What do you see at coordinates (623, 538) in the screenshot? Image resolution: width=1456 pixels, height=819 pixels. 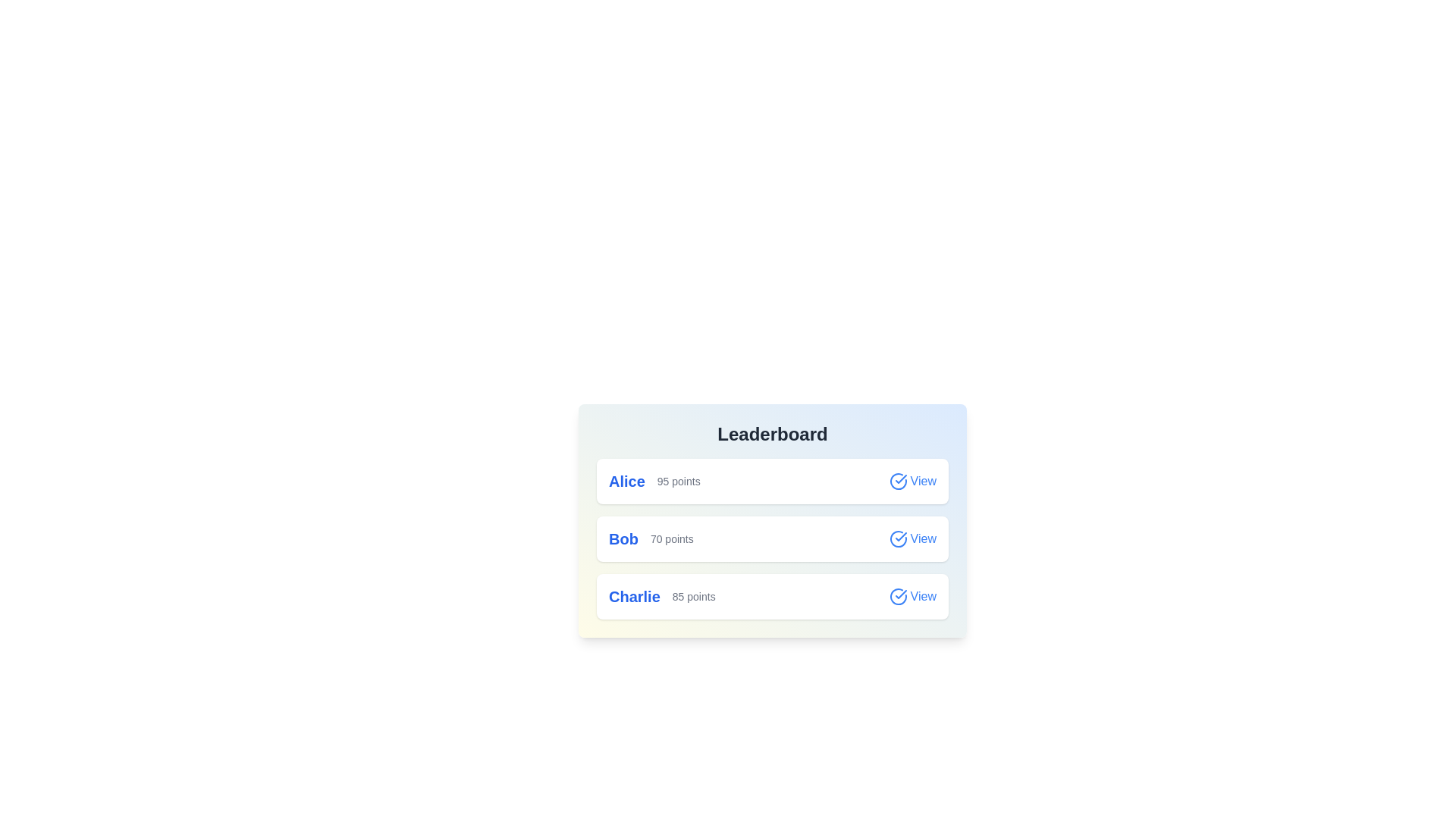 I see `the name of the participant Bob to select them` at bounding box center [623, 538].